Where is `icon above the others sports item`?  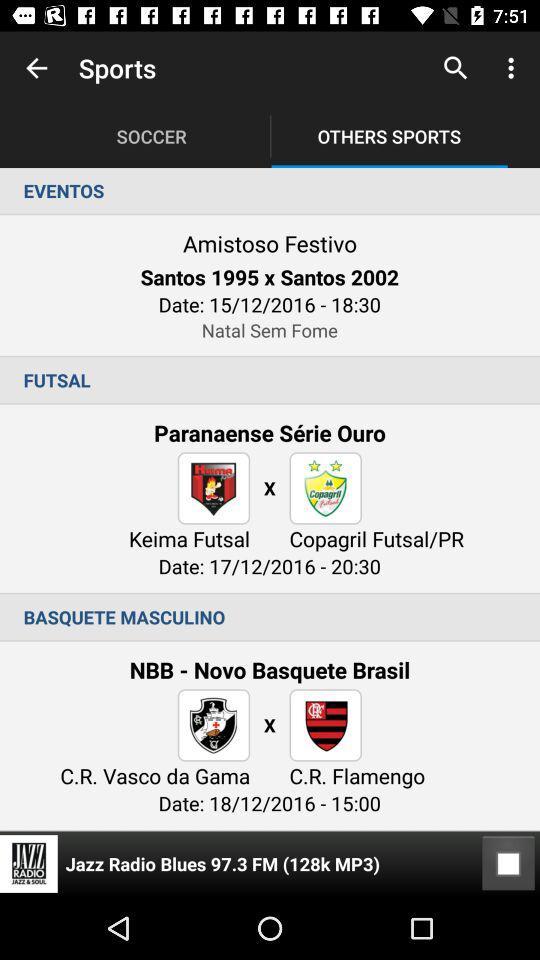 icon above the others sports item is located at coordinates (455, 68).